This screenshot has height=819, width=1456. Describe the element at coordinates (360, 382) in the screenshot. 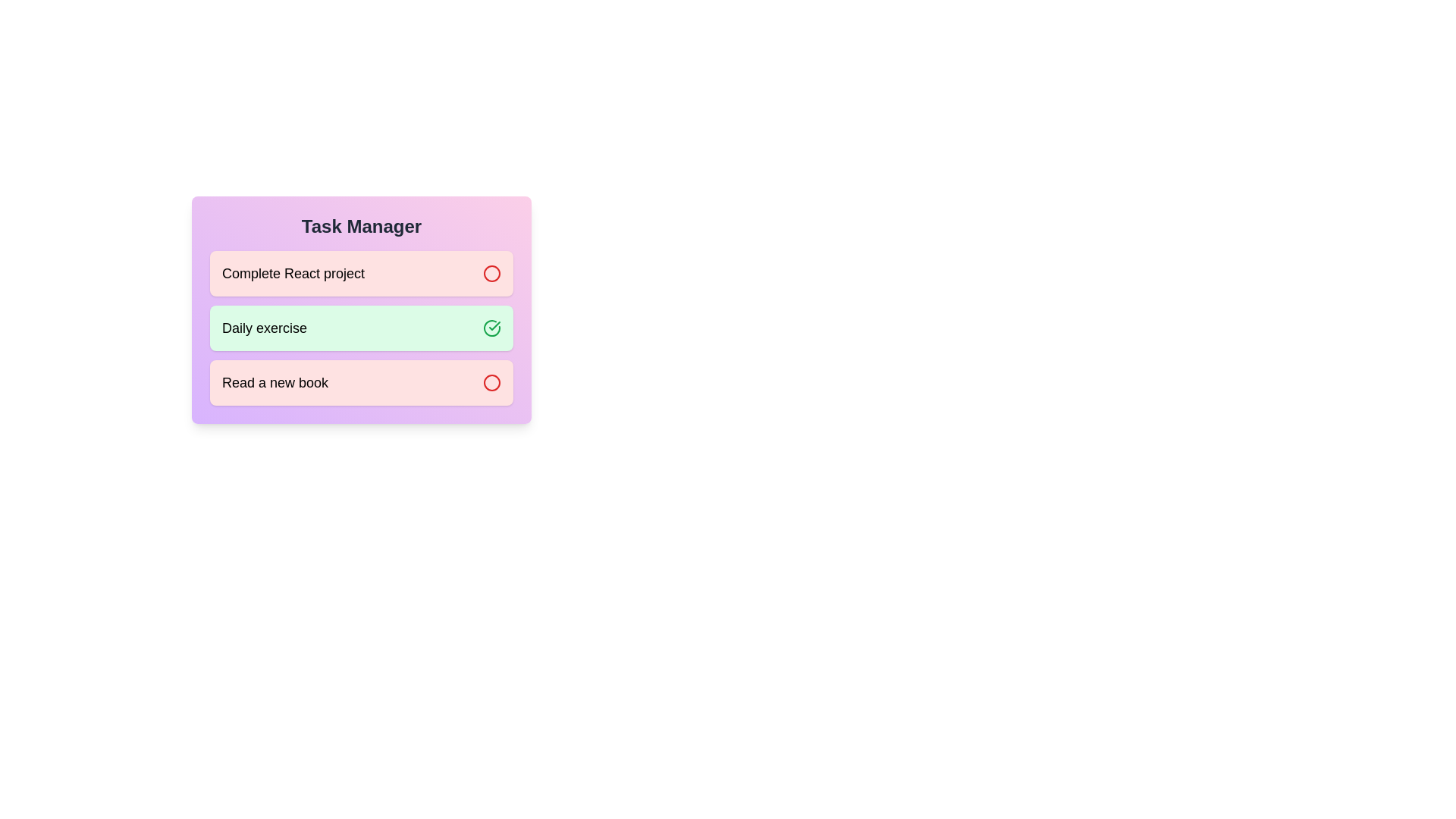

I see `the task Read a new book to observe its dynamic styling changes` at that location.